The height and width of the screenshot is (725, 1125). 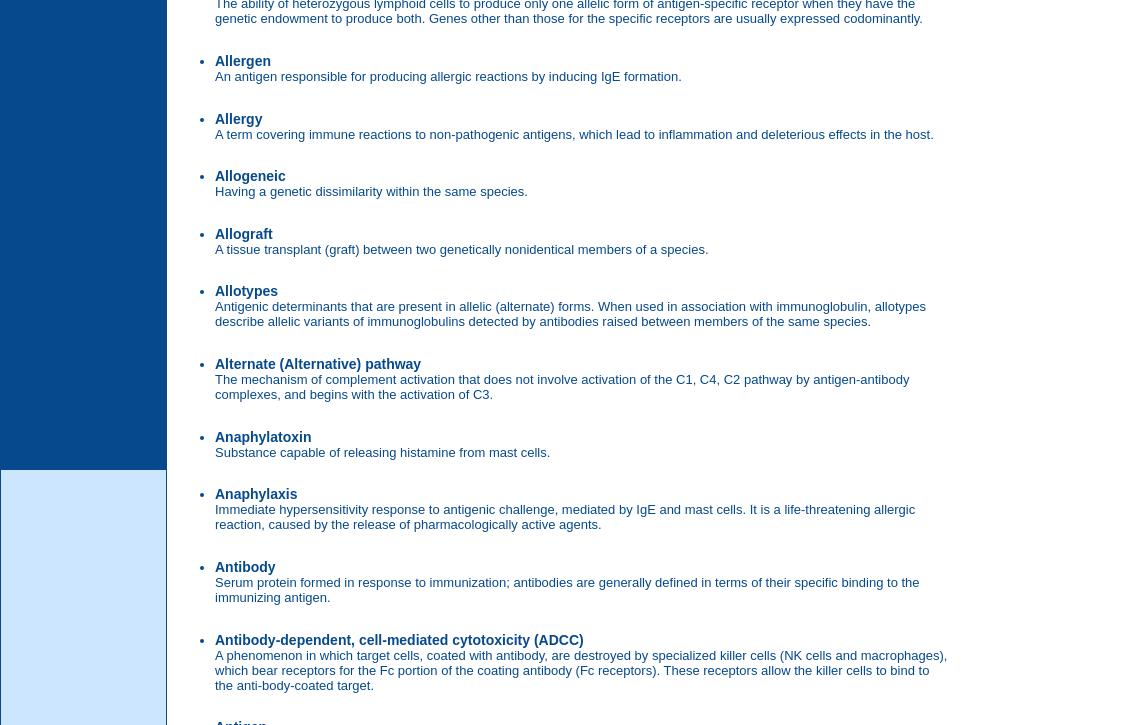 I want to click on 'Allograft', so click(x=214, y=232).